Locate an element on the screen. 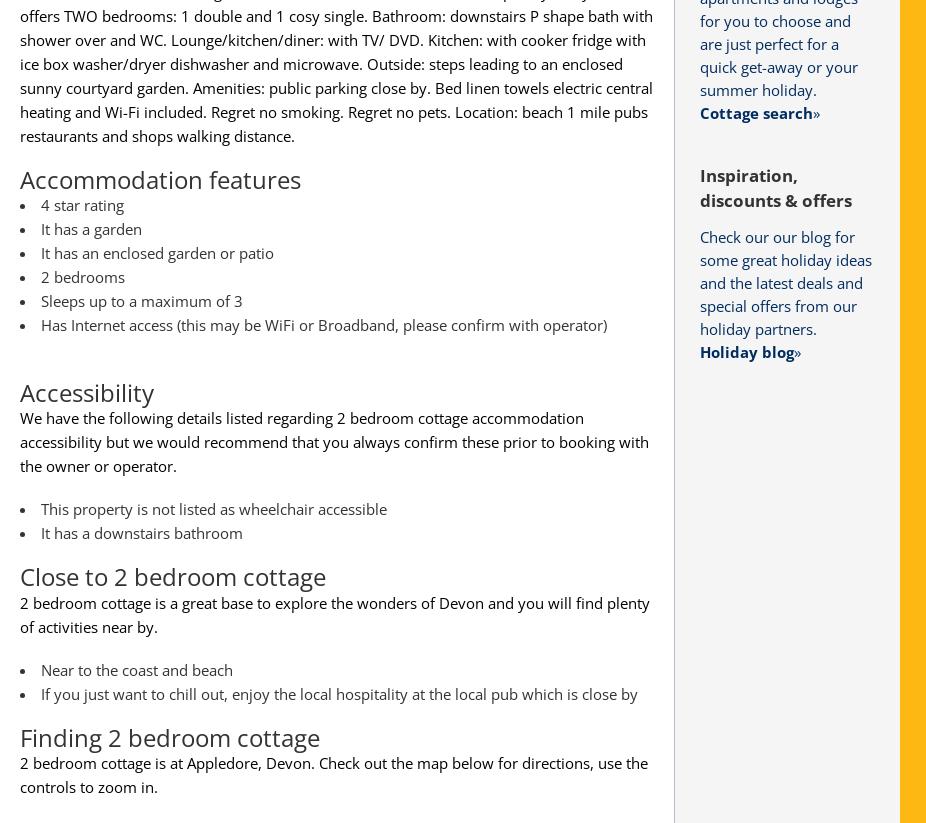 The image size is (926, 823). 'Cottage search' is located at coordinates (756, 111).